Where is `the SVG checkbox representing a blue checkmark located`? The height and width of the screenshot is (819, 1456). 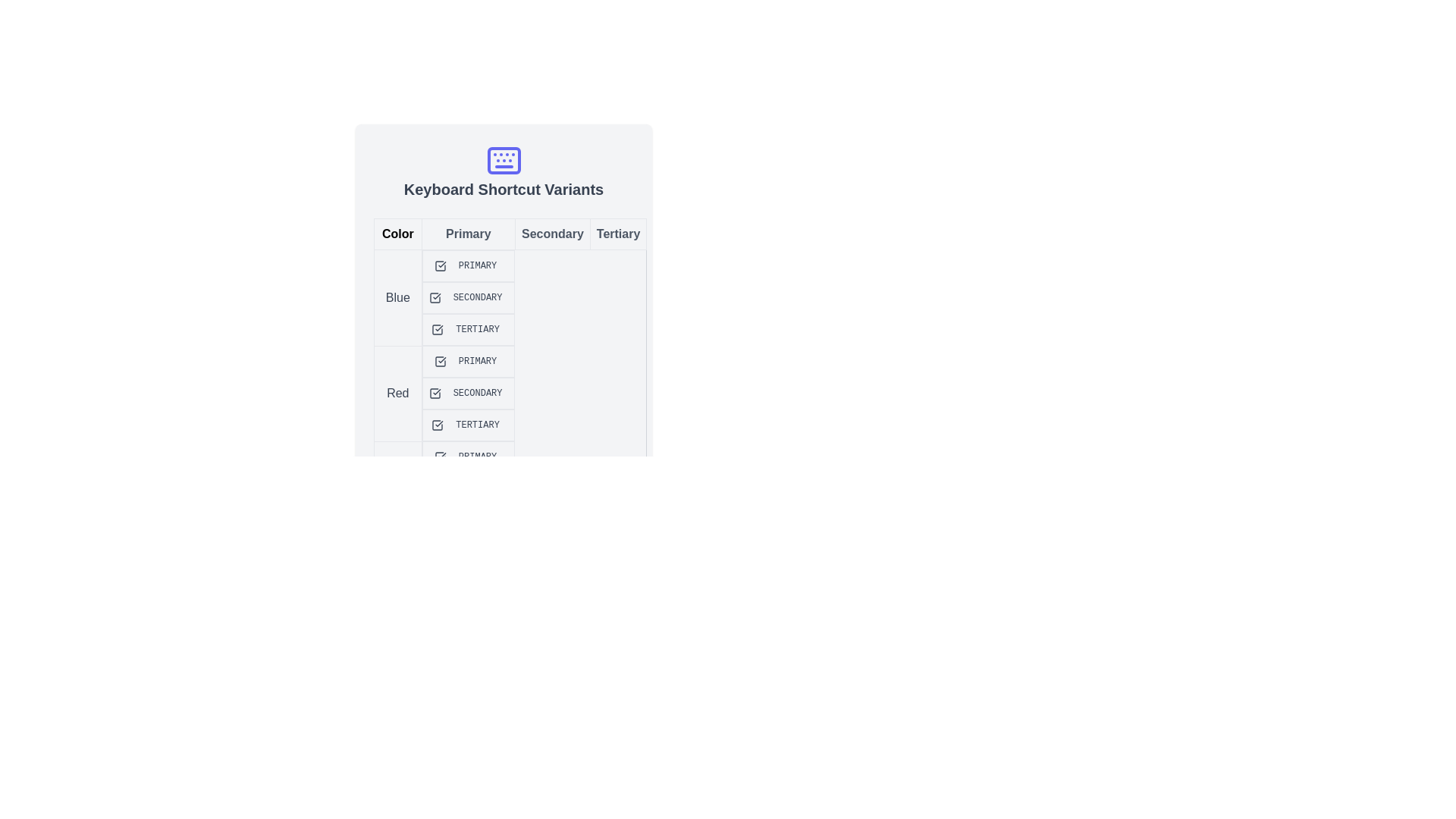
the SVG checkbox representing a blue checkmark located is located at coordinates (437, 329).